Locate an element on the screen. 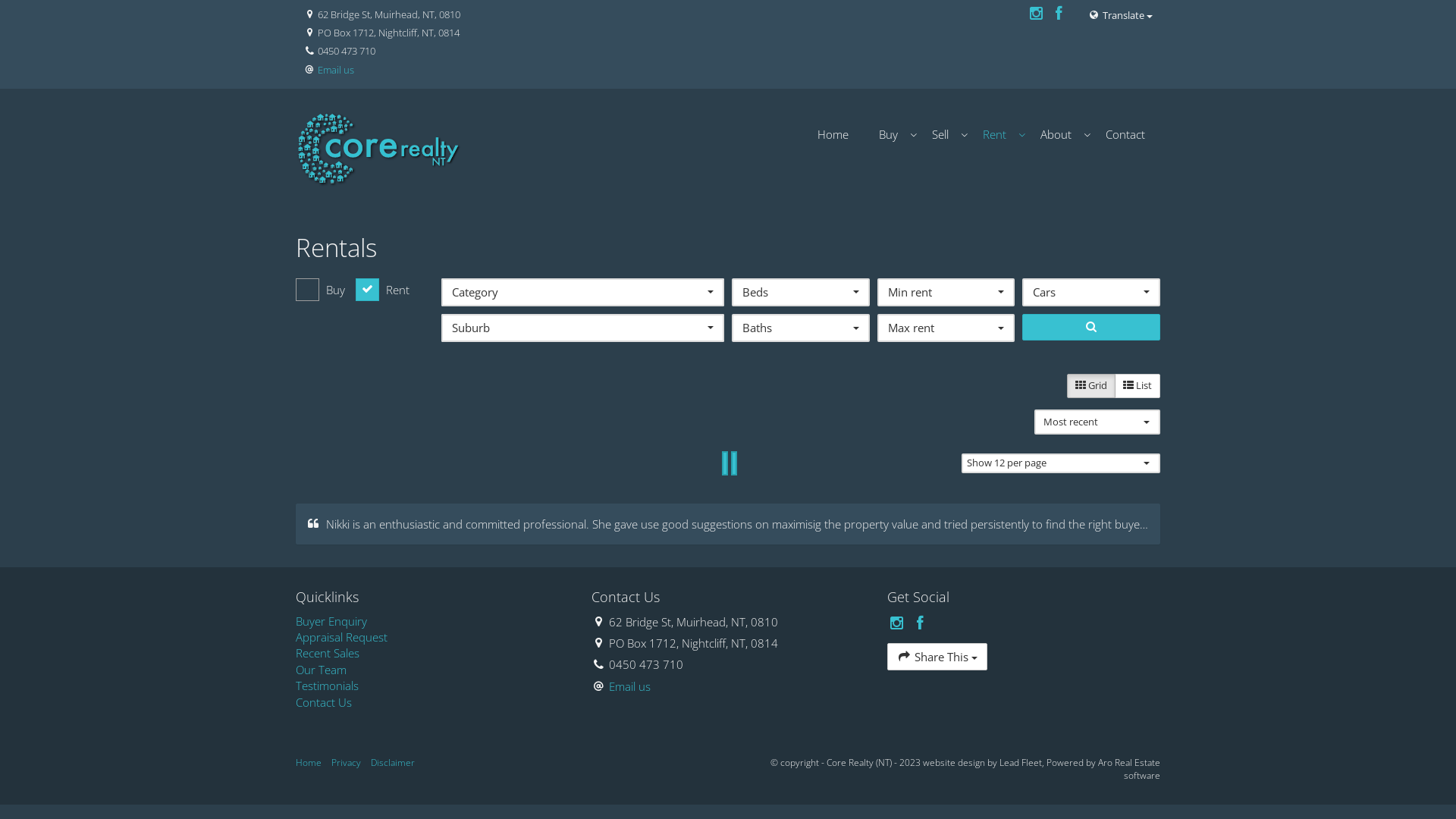  'Core Realty (NT)' is located at coordinates (378, 149).